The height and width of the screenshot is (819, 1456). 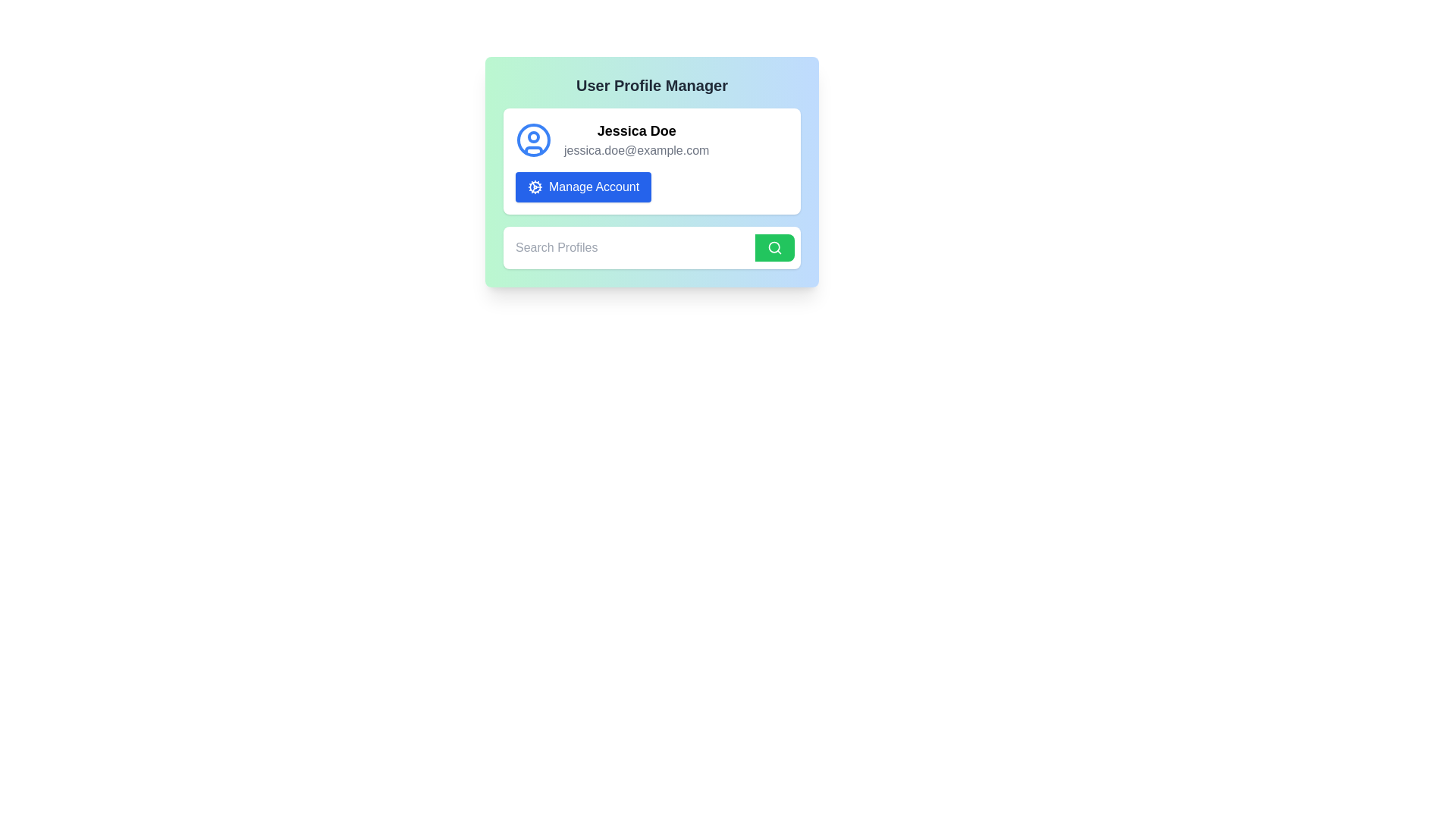 What do you see at coordinates (775, 247) in the screenshot?
I see `the green button with rounded corners that is located to the right of the white input field with the placeholder 'Search Profiles'` at bounding box center [775, 247].